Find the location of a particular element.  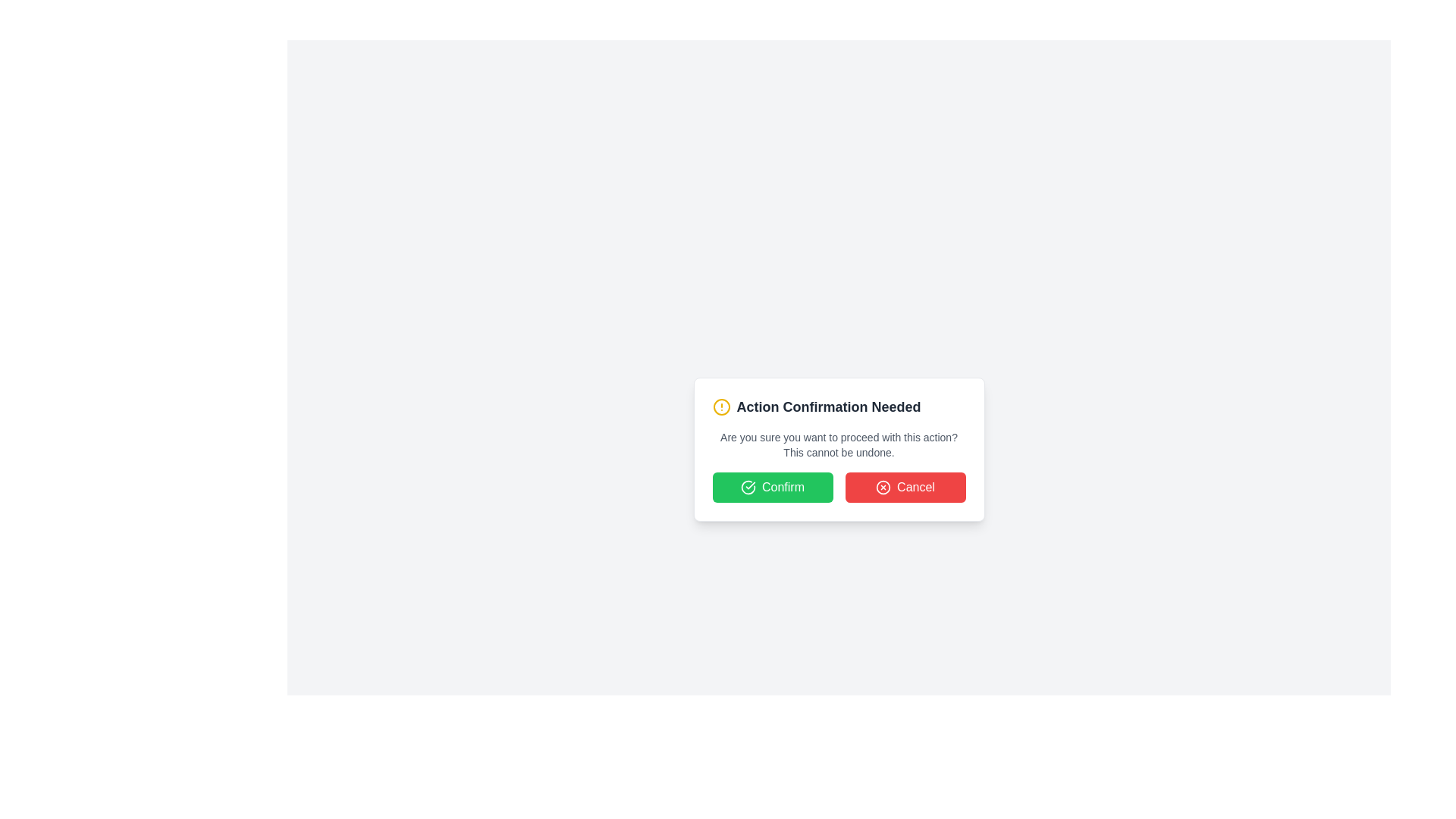

the circular icon with a check mark inside, which is styled with a green background and white border, located next to the text 'Confirm' in the dialog box is located at coordinates (748, 488).